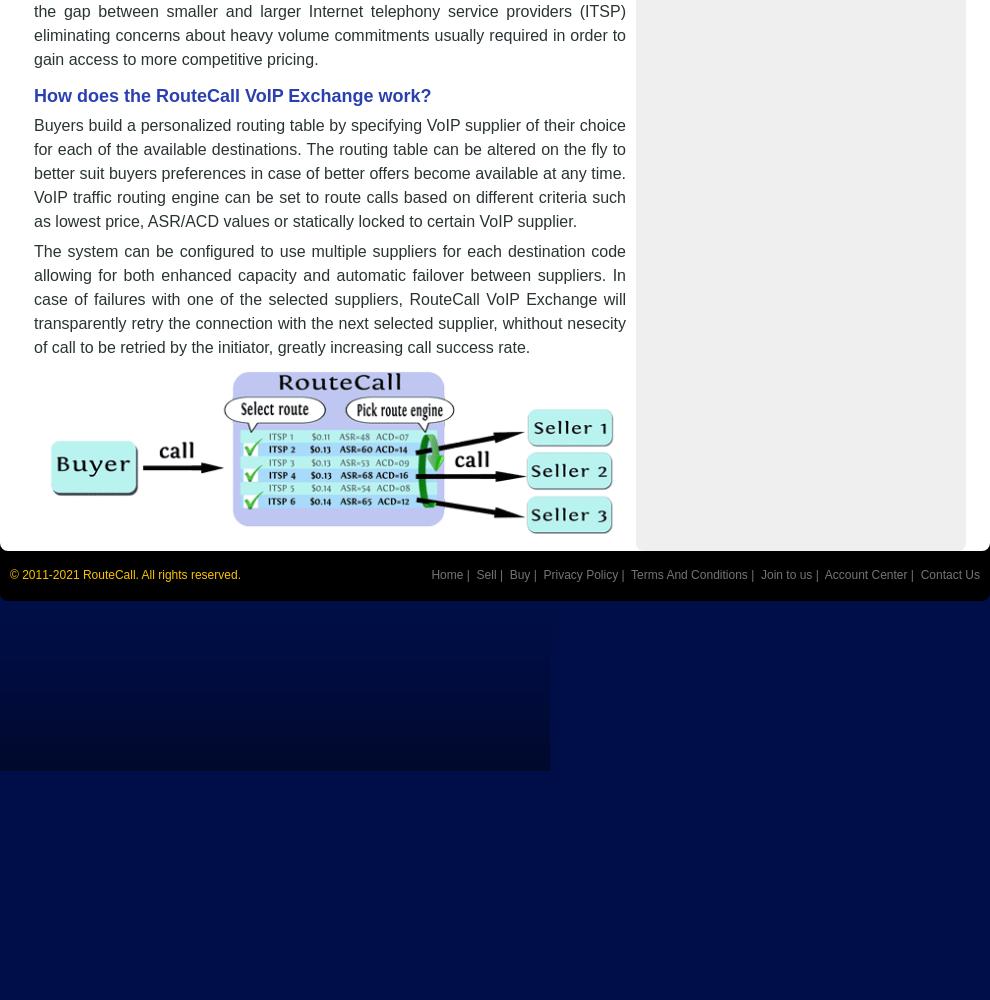 The width and height of the screenshot is (990, 1000). I want to click on 'Home', so click(445, 574).